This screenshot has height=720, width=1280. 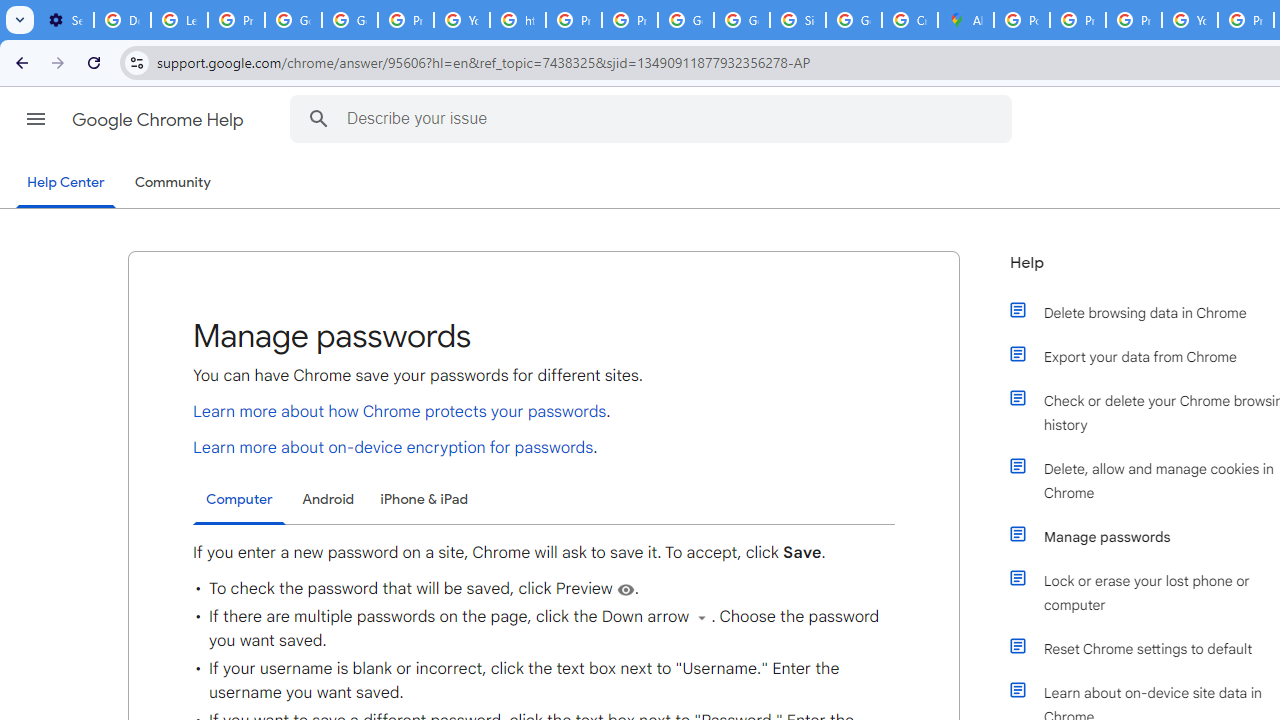 What do you see at coordinates (239, 499) in the screenshot?
I see `'Computer'` at bounding box center [239, 499].